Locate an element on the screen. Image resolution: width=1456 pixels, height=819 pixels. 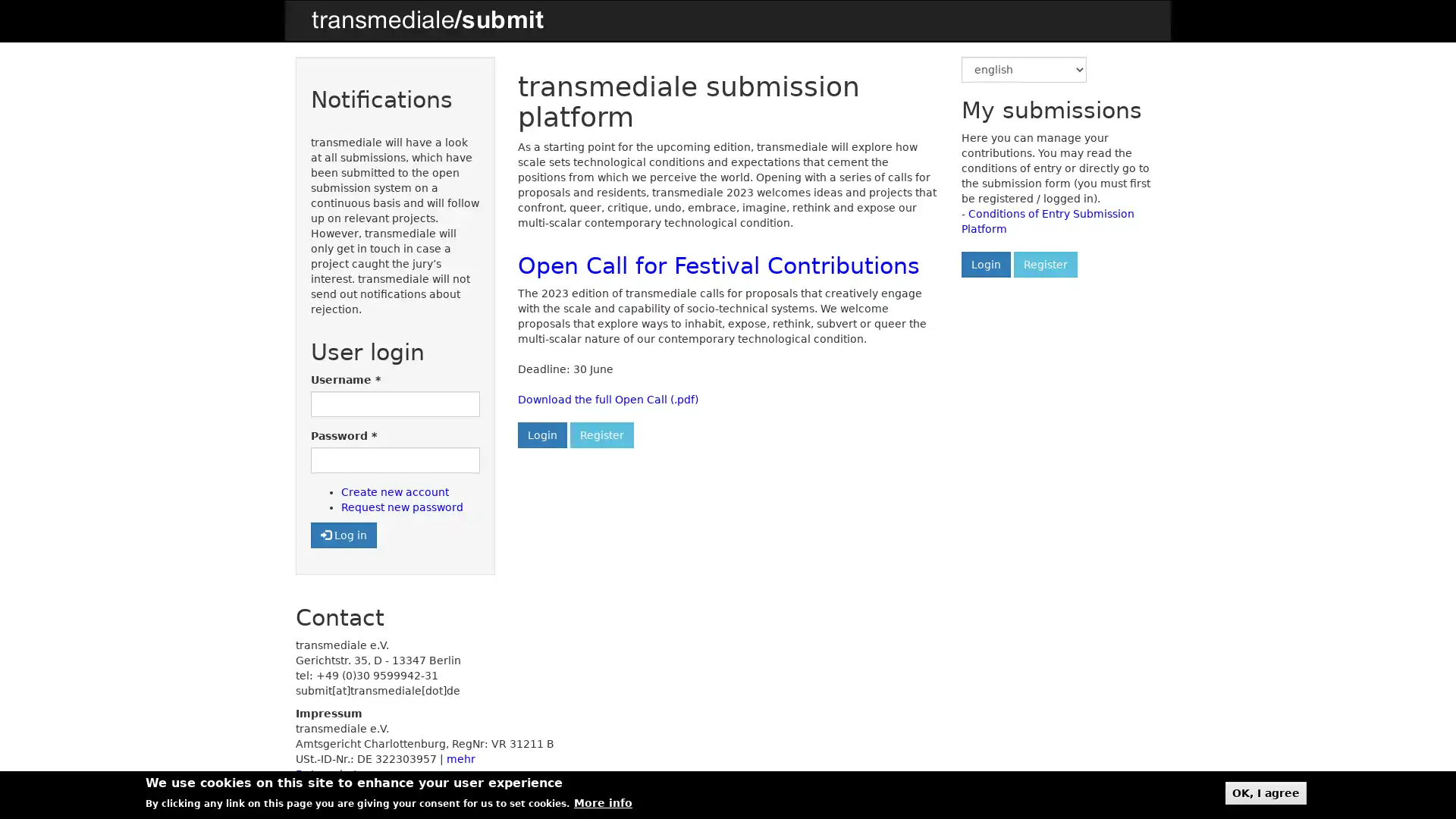
OK, I agree is located at coordinates (1266, 792).